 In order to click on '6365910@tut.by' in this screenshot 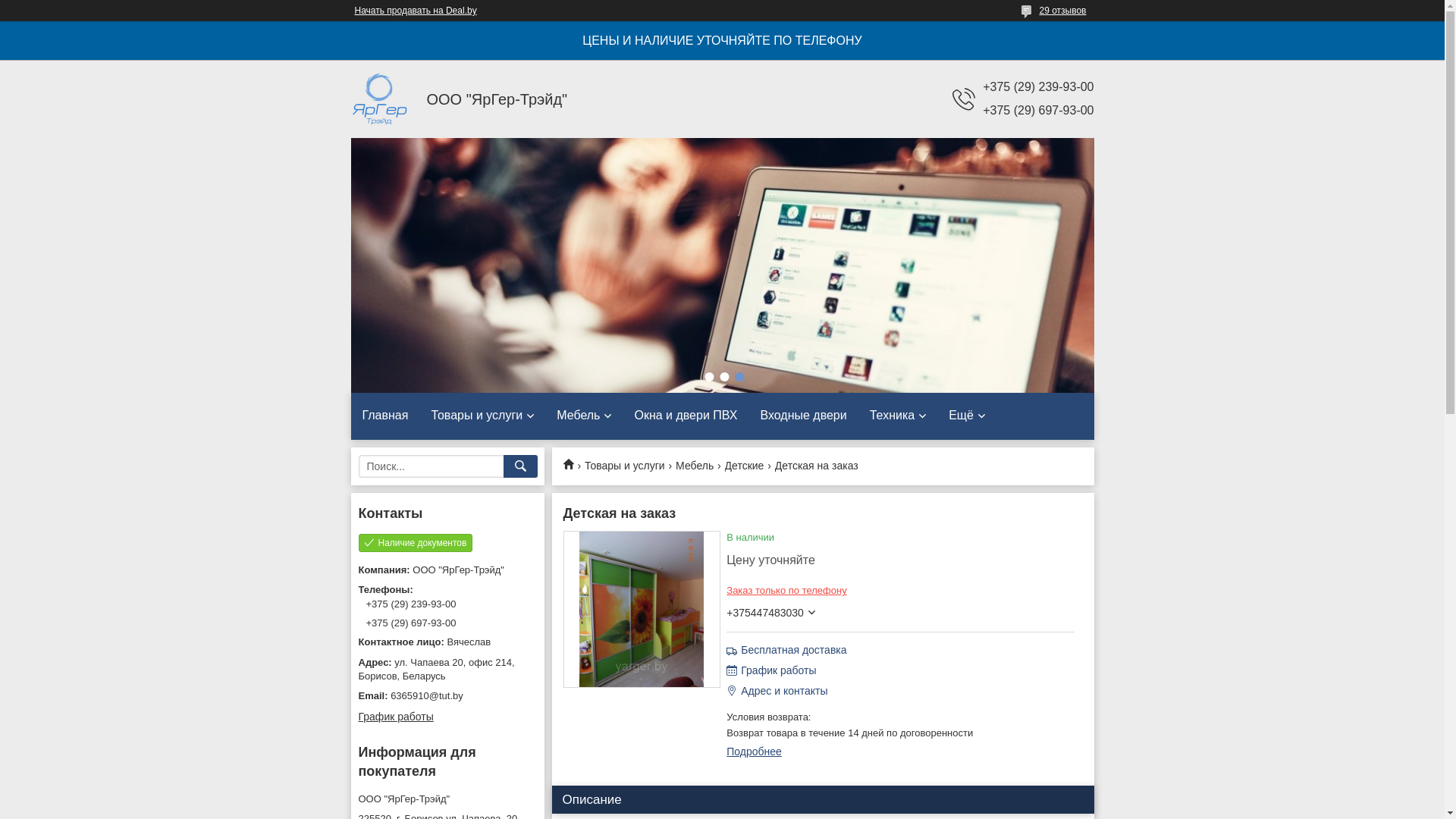, I will do `click(356, 696)`.